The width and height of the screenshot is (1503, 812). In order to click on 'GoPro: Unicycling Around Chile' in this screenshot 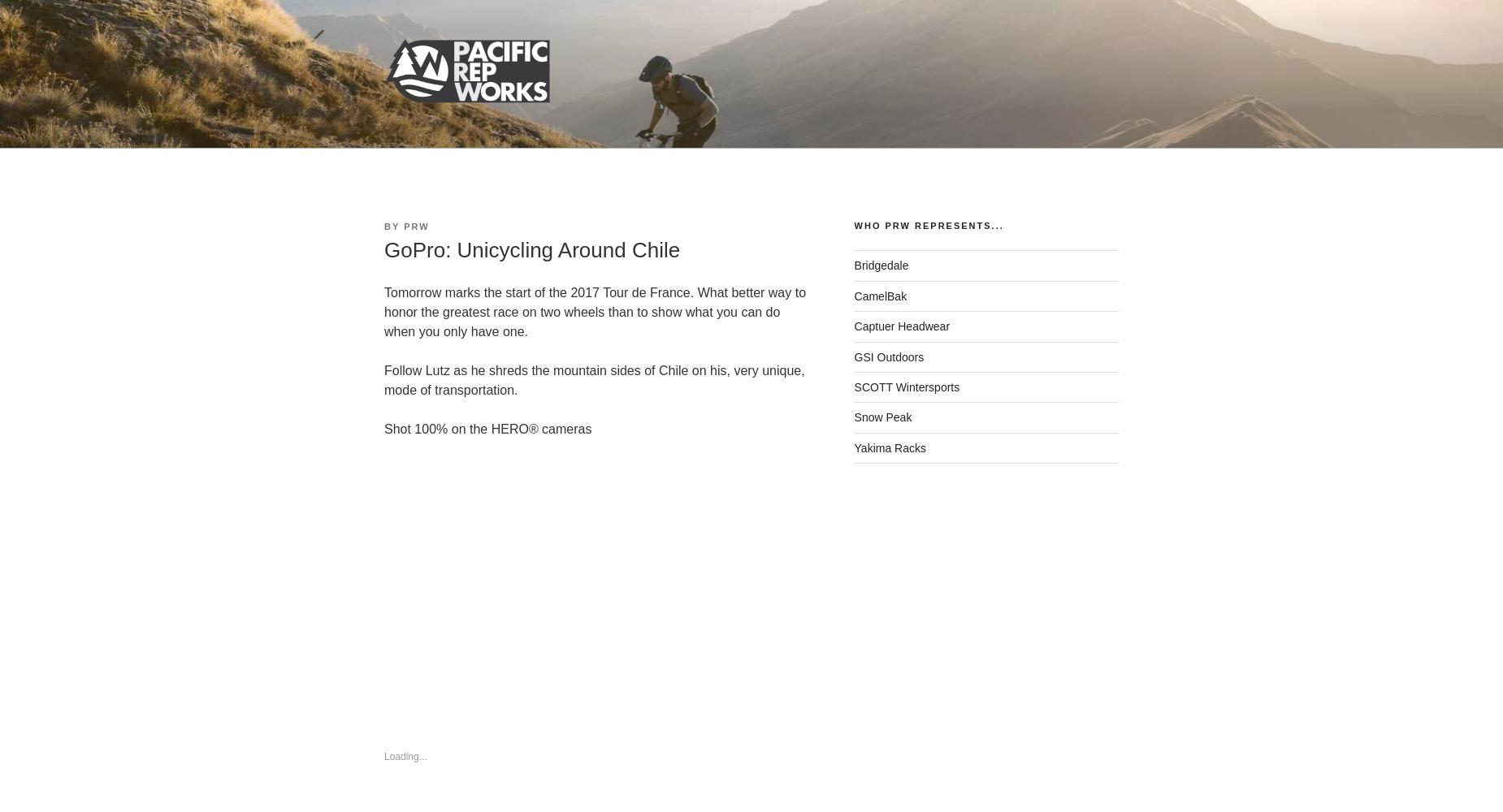, I will do `click(532, 250)`.